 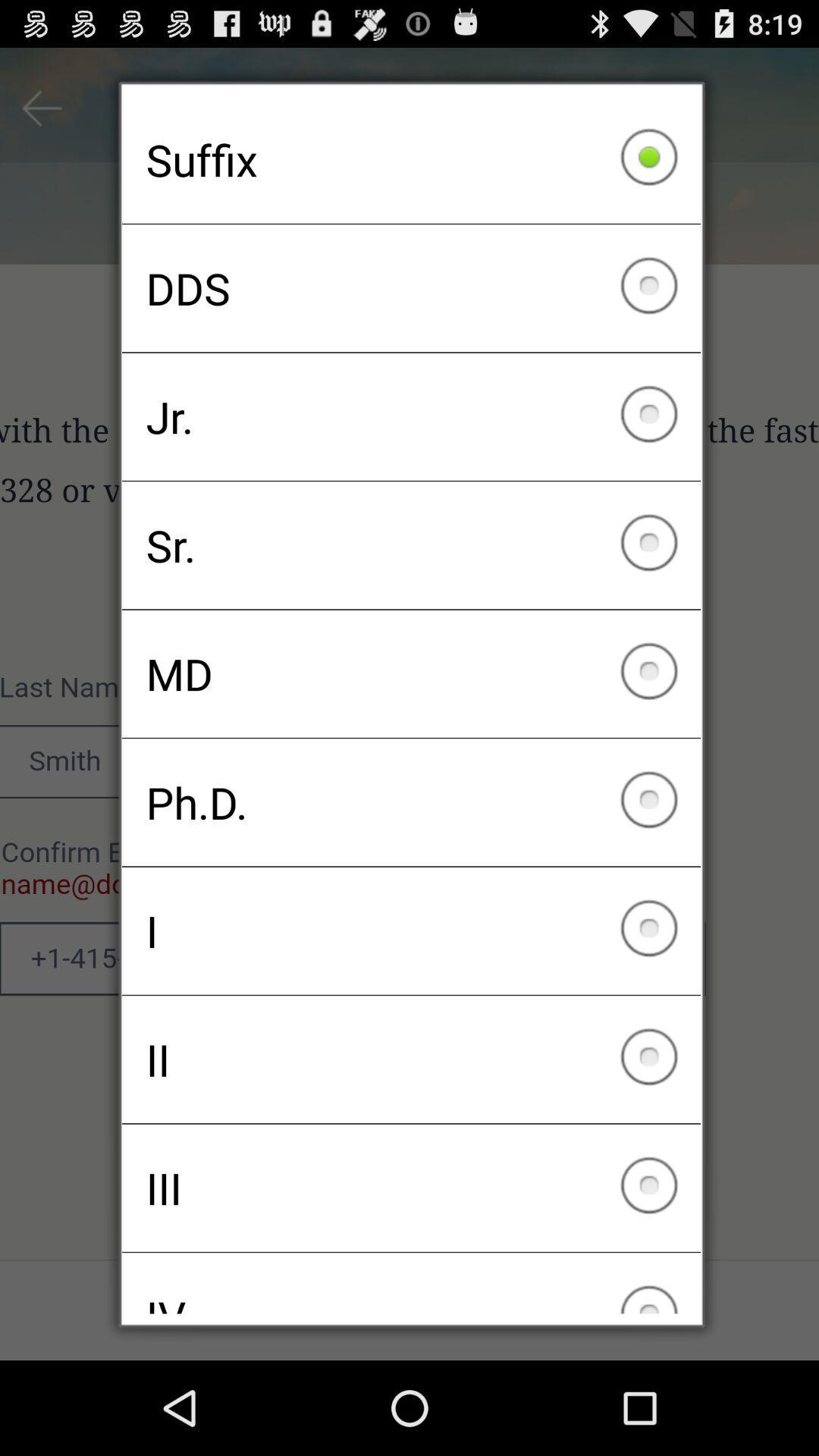 I want to click on the icon above md icon, so click(x=411, y=545).